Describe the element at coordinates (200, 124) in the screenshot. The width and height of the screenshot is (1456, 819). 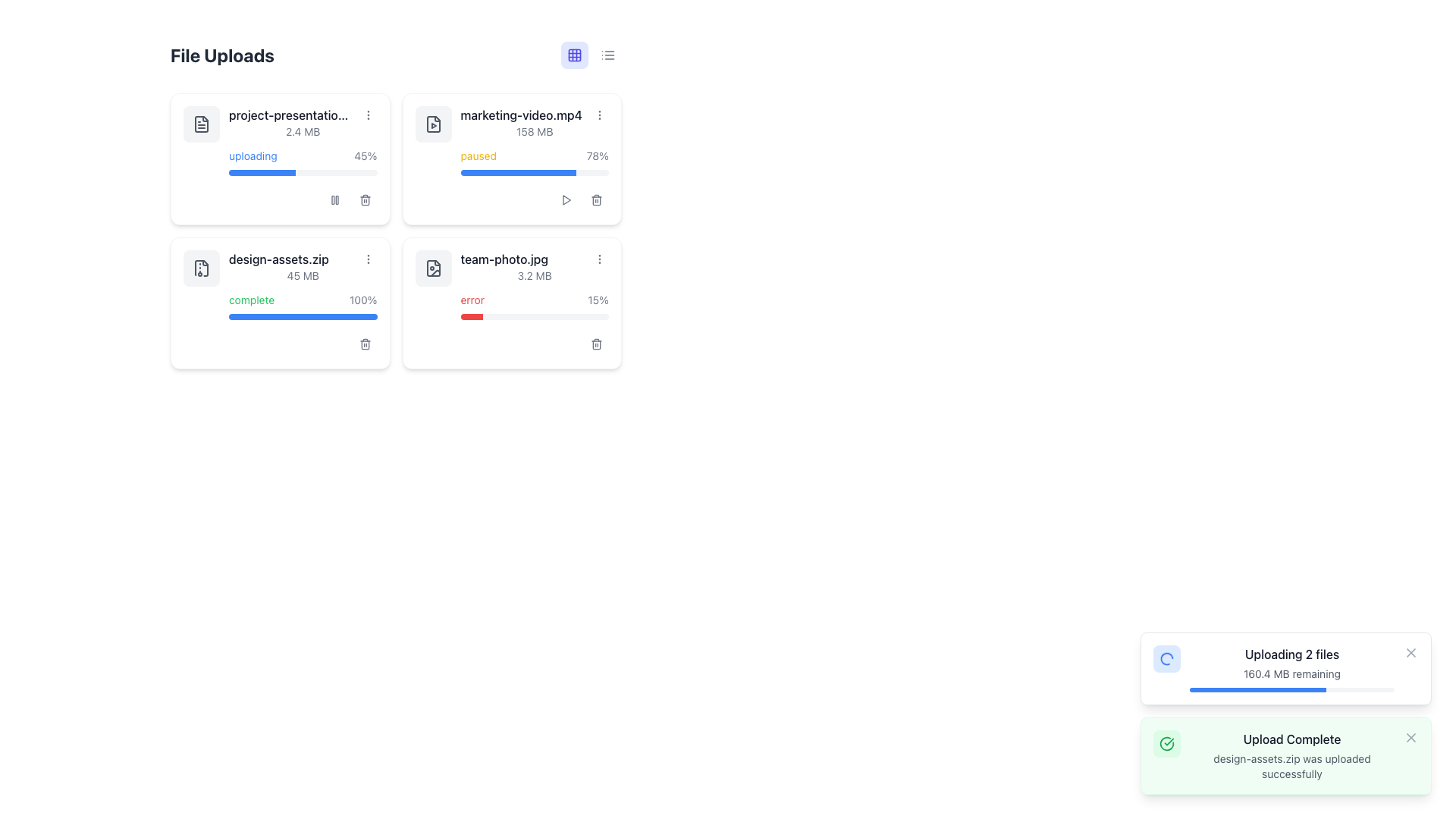
I see `the gray document outline icon representing the 'project-presentation' file type to visualize its representation` at that location.